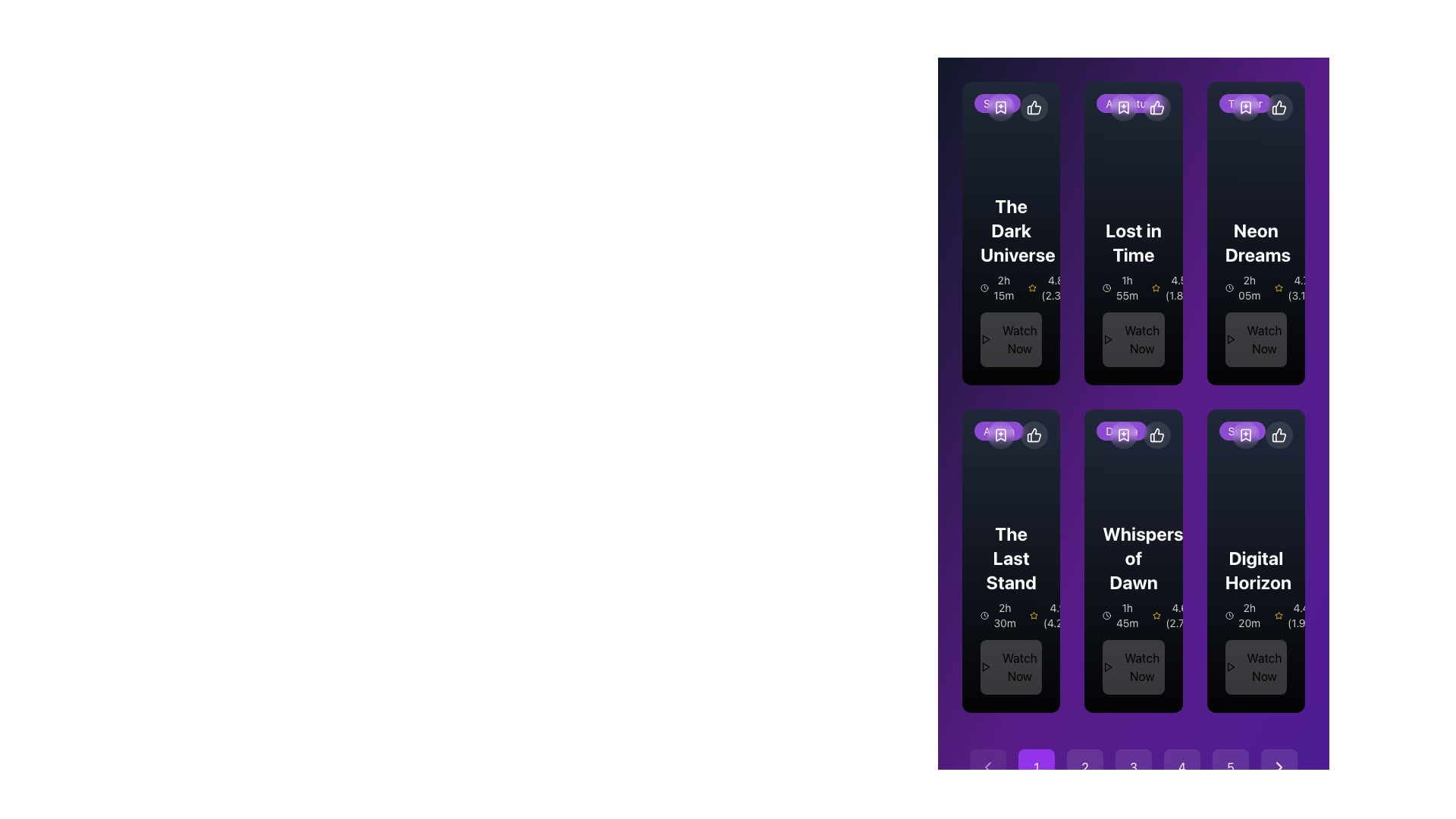 This screenshot has width=1456, height=819. I want to click on the call-to-action button located at the bottom center of the second card from the left on the top row of the grid layout to initiate streaming, so click(1142, 338).